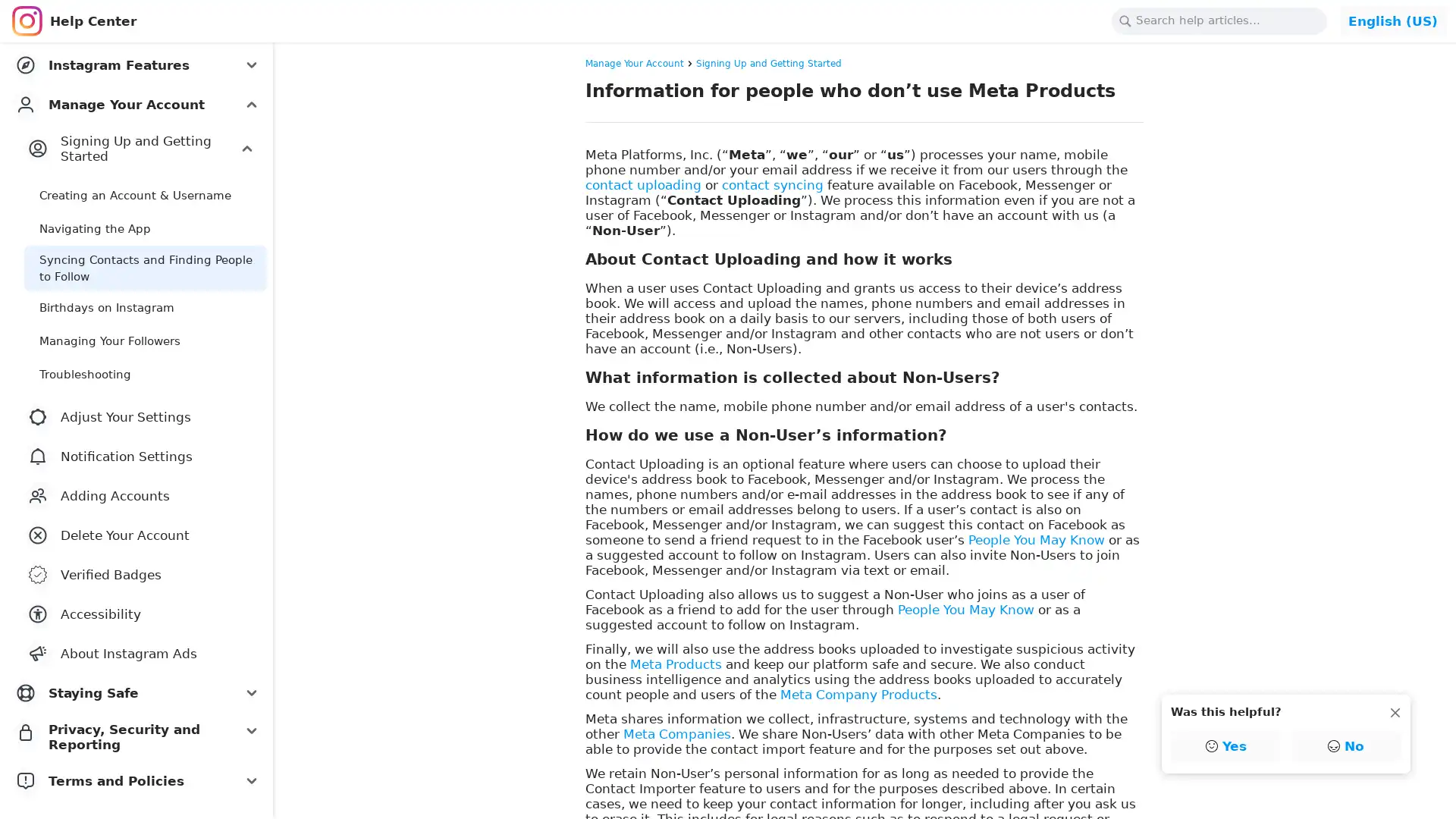  I want to click on Change Language: English (US), so click(1393, 20).